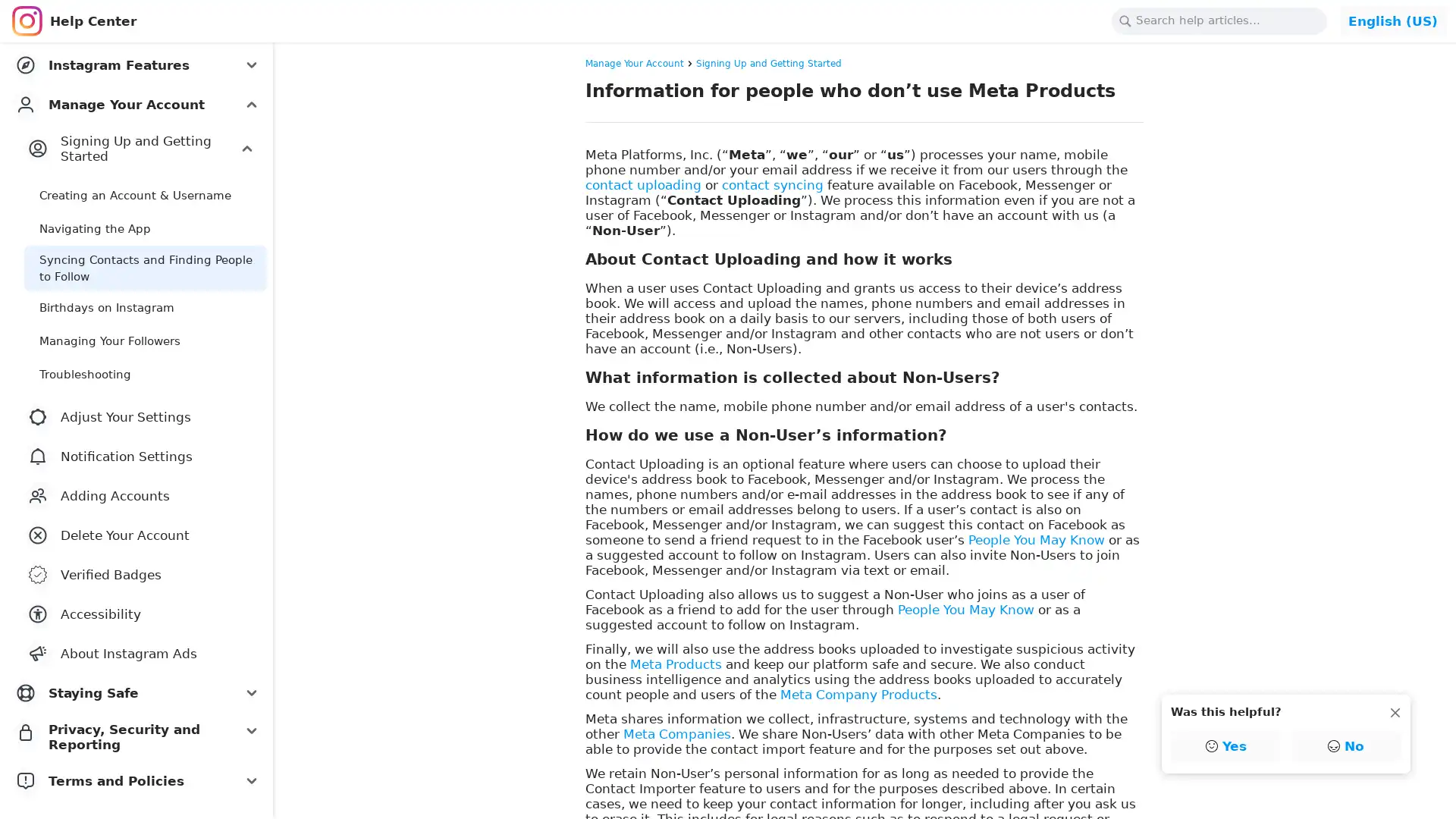  I want to click on Change Language: English (US), so click(1393, 20).